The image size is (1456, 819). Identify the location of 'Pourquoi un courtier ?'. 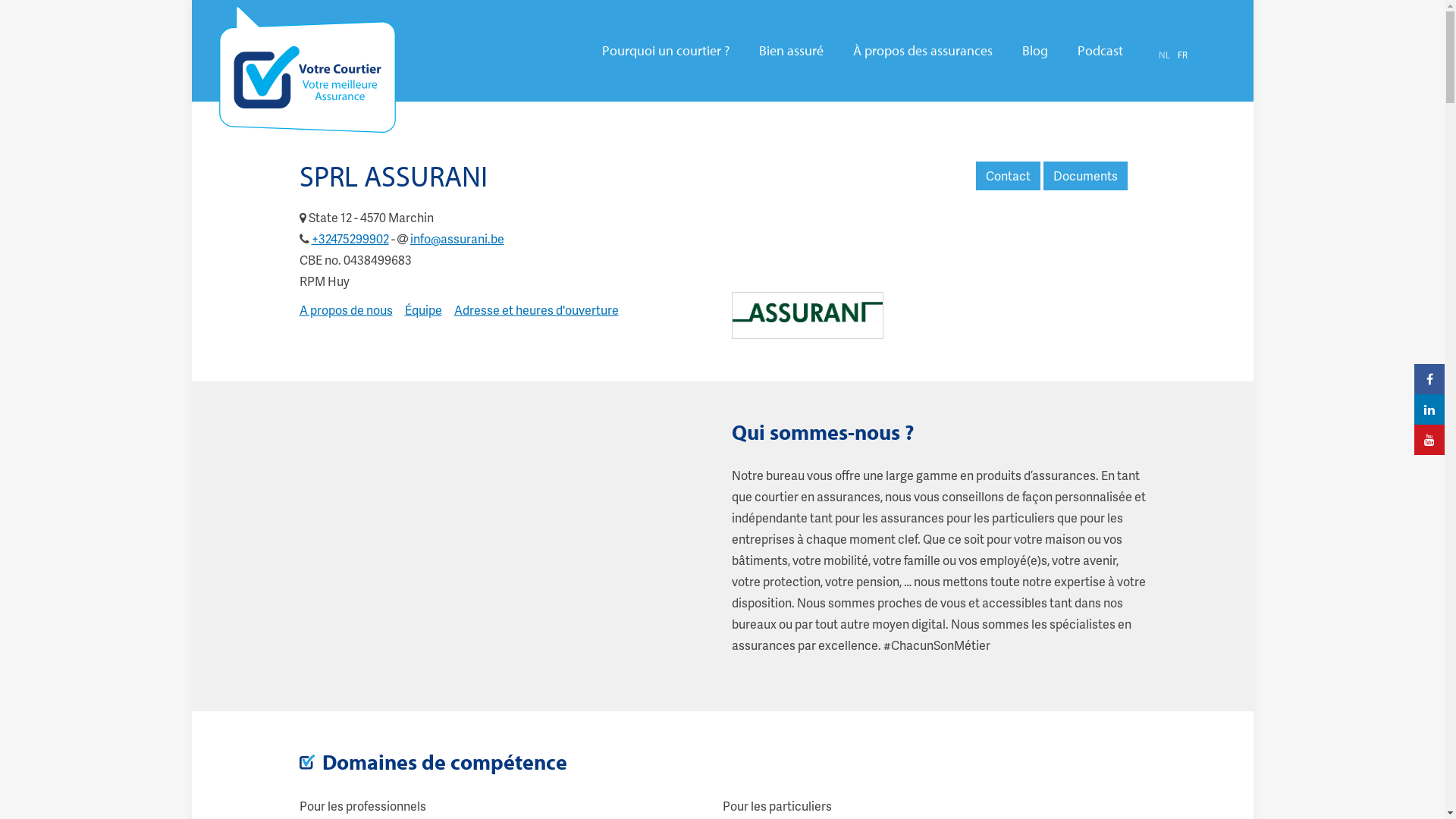
(593, 49).